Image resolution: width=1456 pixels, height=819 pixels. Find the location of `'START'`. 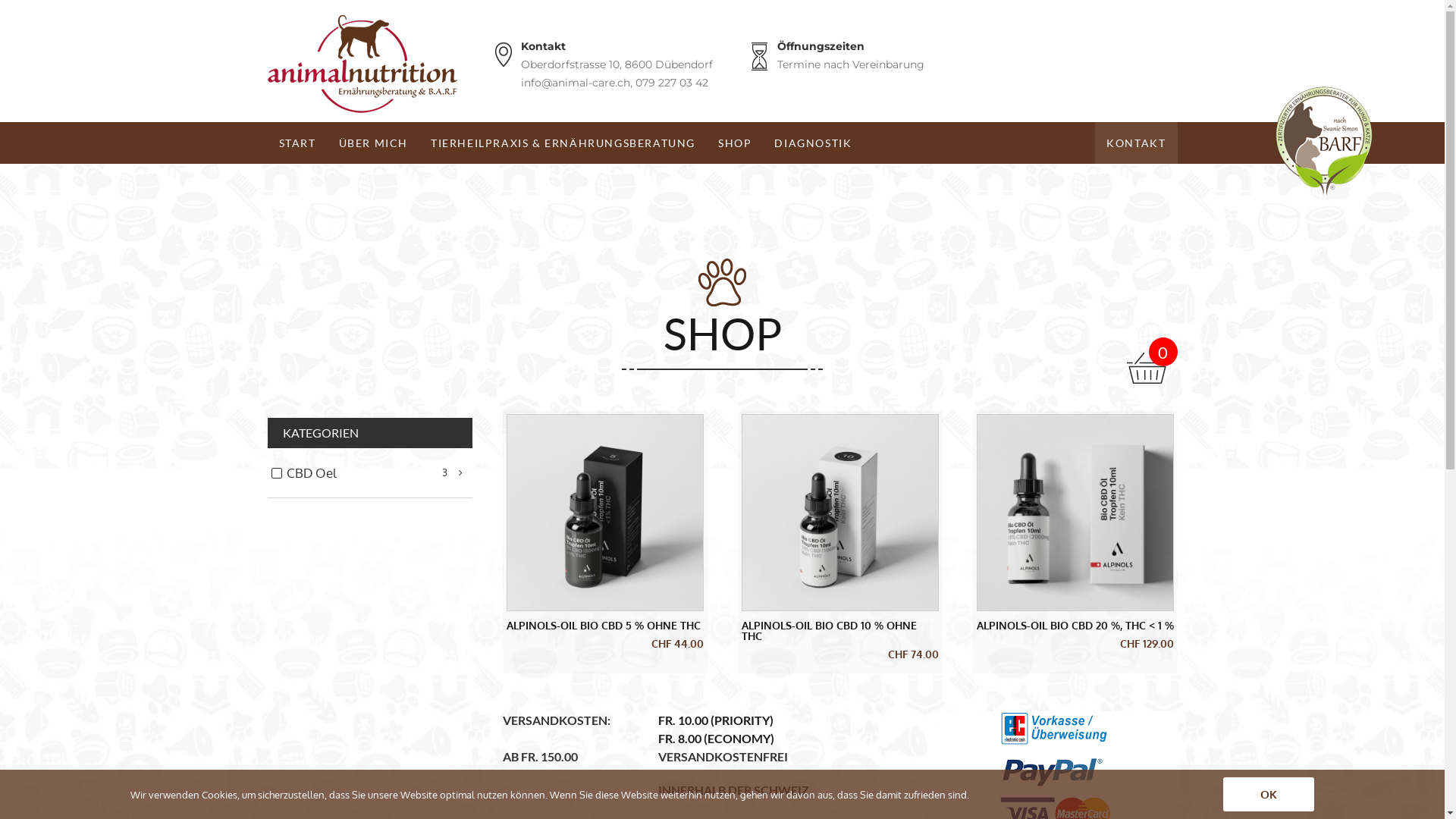

'START' is located at coordinates (266, 143).